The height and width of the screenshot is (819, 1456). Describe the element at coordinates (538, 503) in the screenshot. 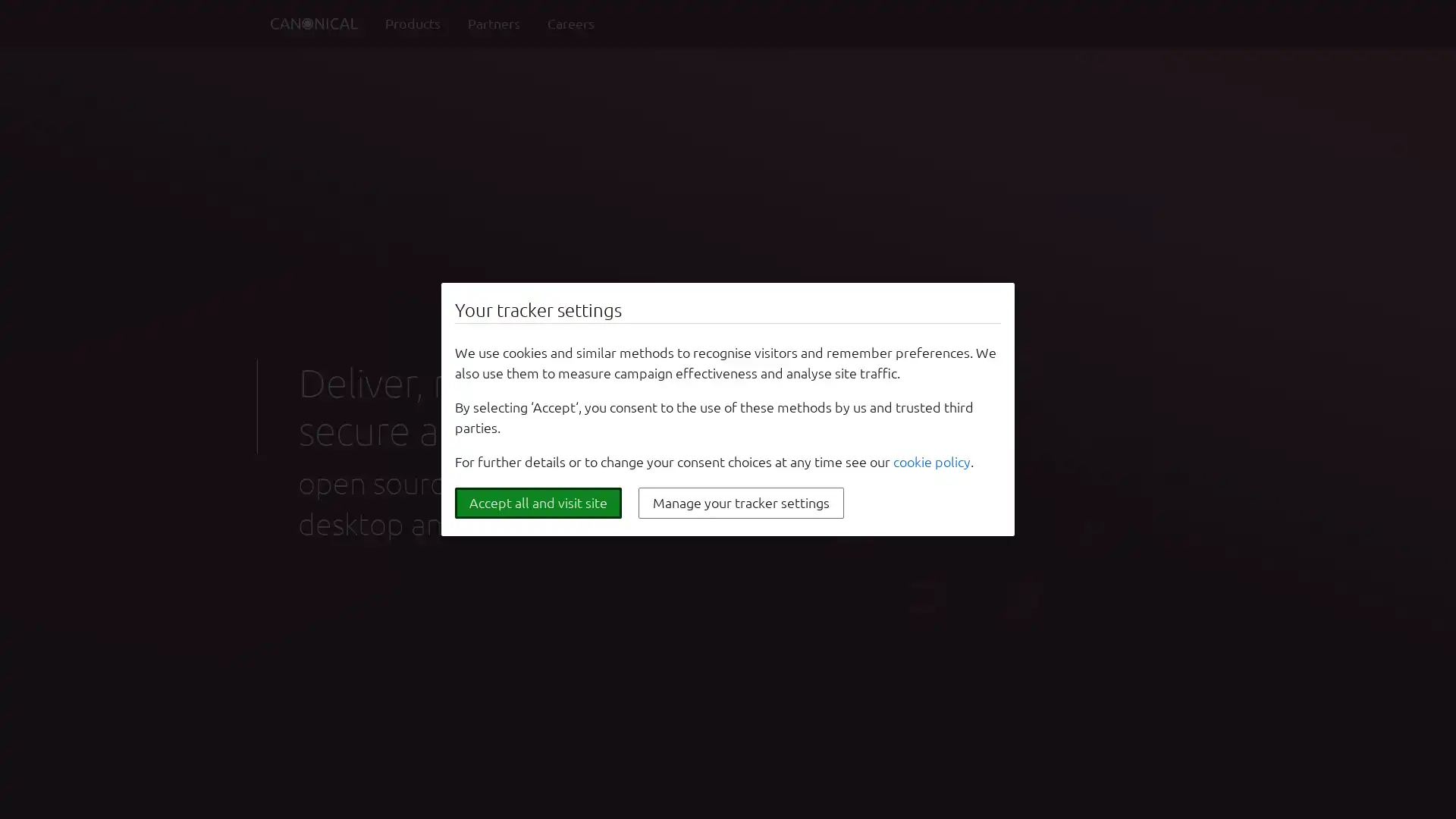

I see `Accept all and visit site` at that location.